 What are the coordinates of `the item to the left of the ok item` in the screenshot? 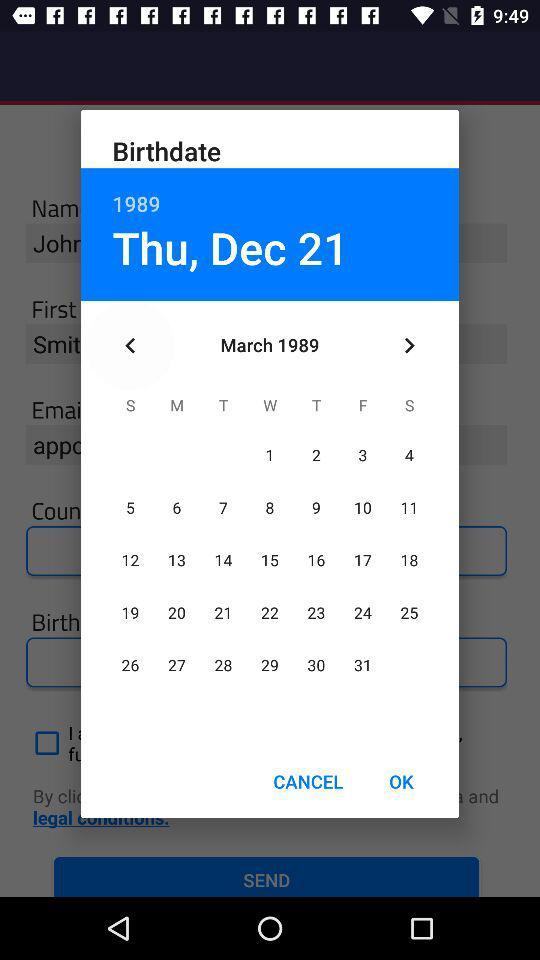 It's located at (308, 781).